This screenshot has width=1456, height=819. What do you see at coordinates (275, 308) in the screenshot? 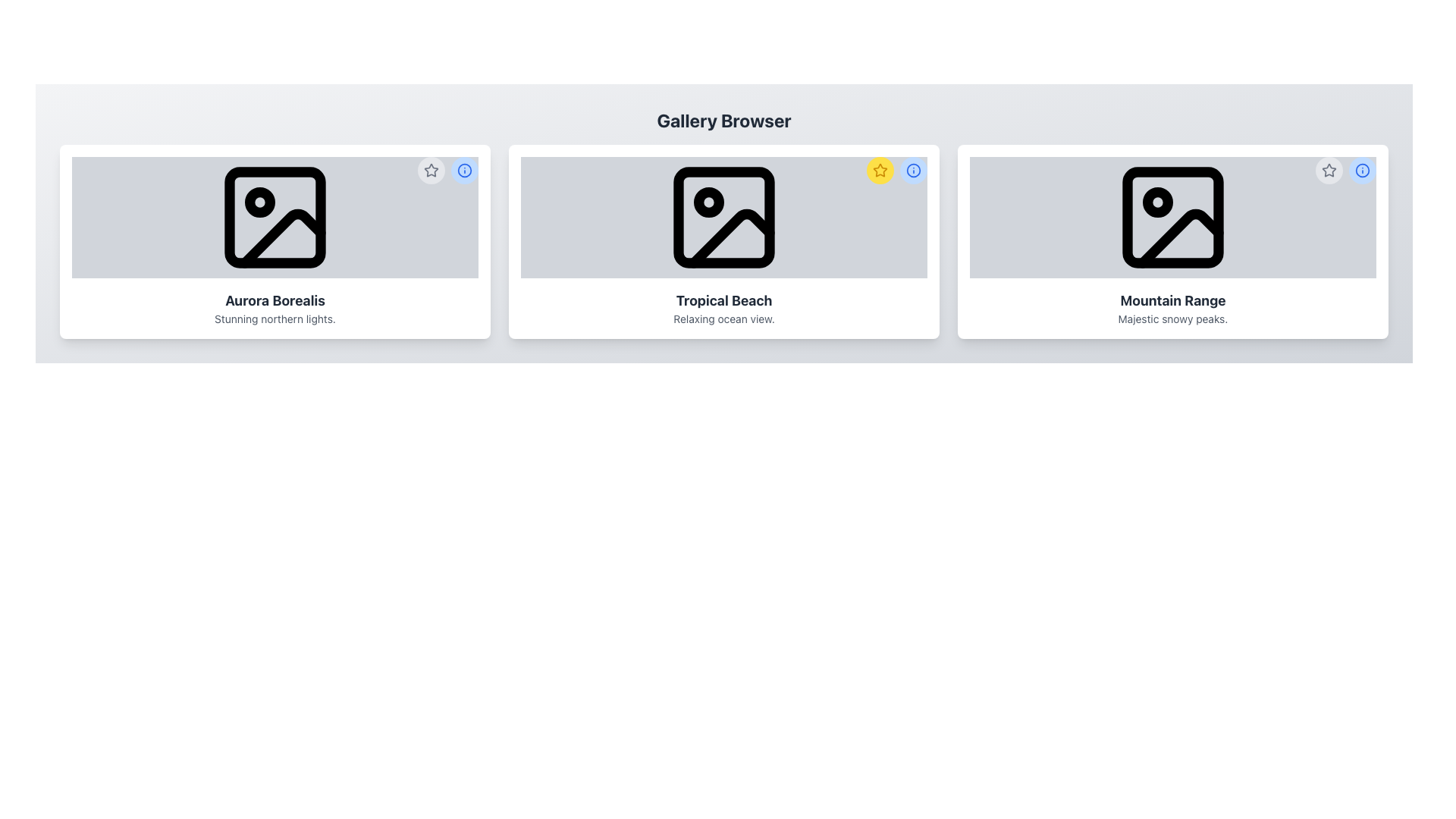
I see `displayed text within the Text block located in the first card, which serves as a title and description for the content` at bounding box center [275, 308].